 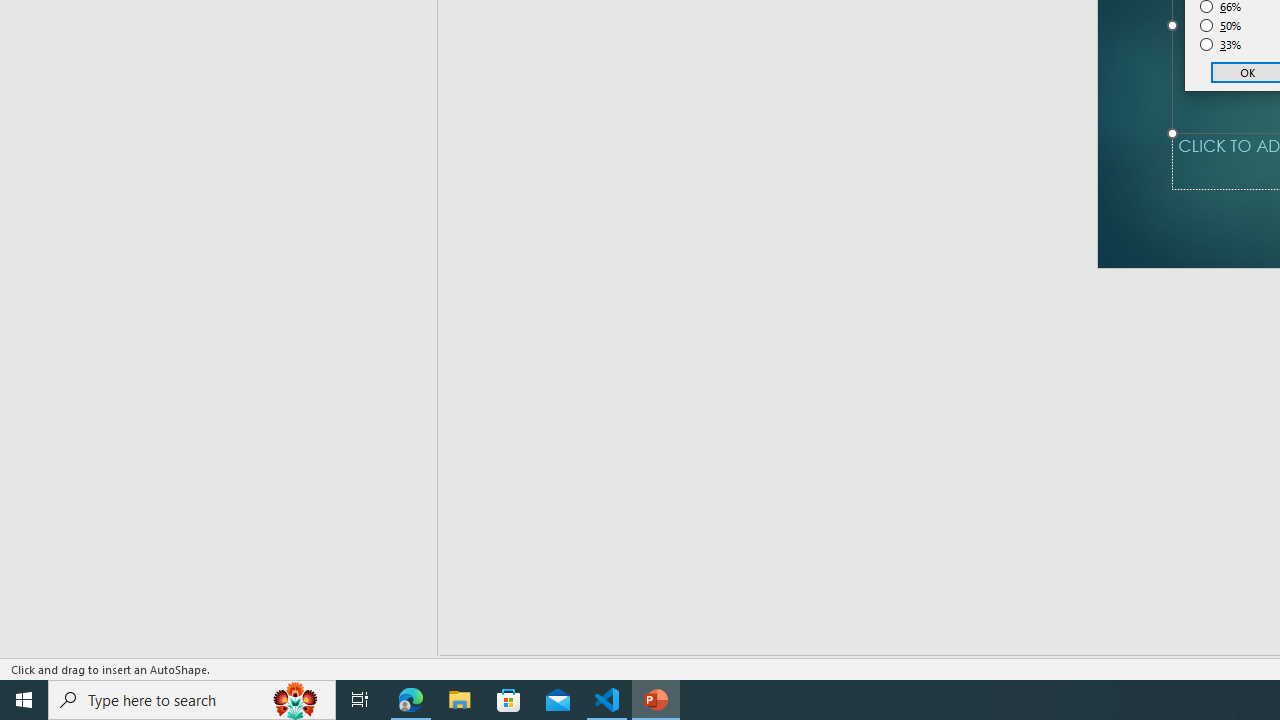 I want to click on '50%', so click(x=1220, y=25).